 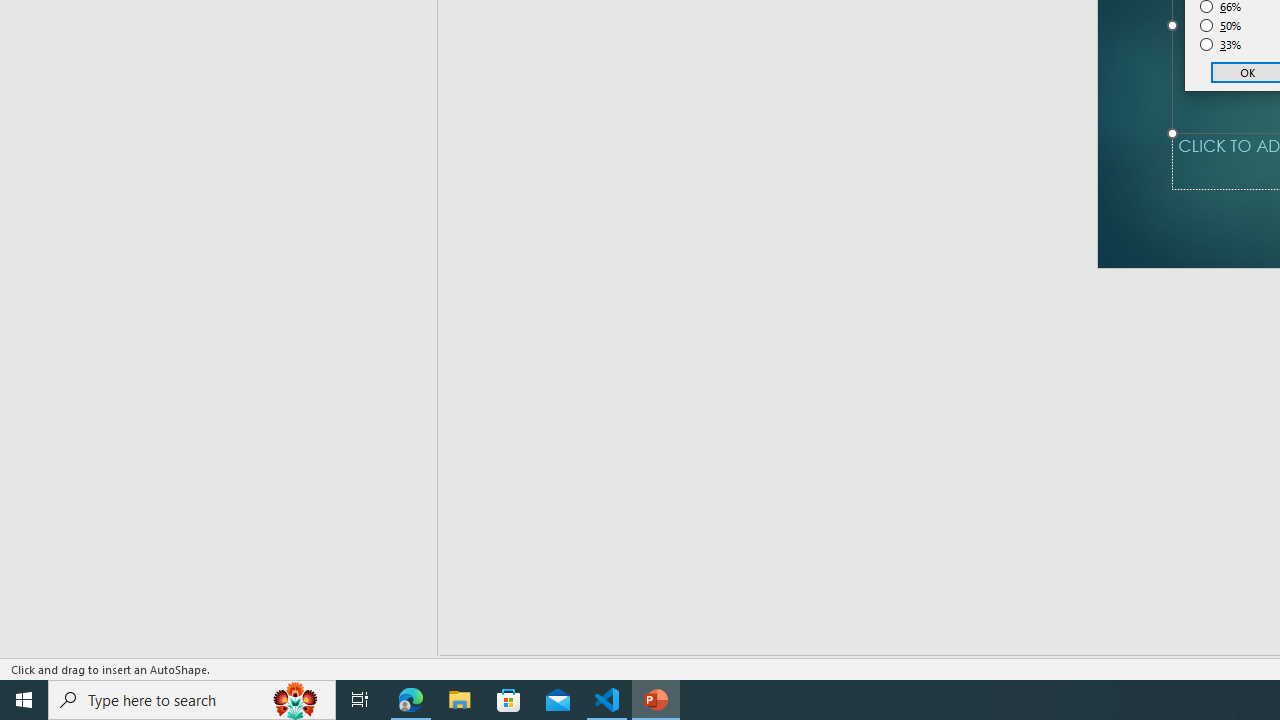 I want to click on '50%', so click(x=1220, y=25).